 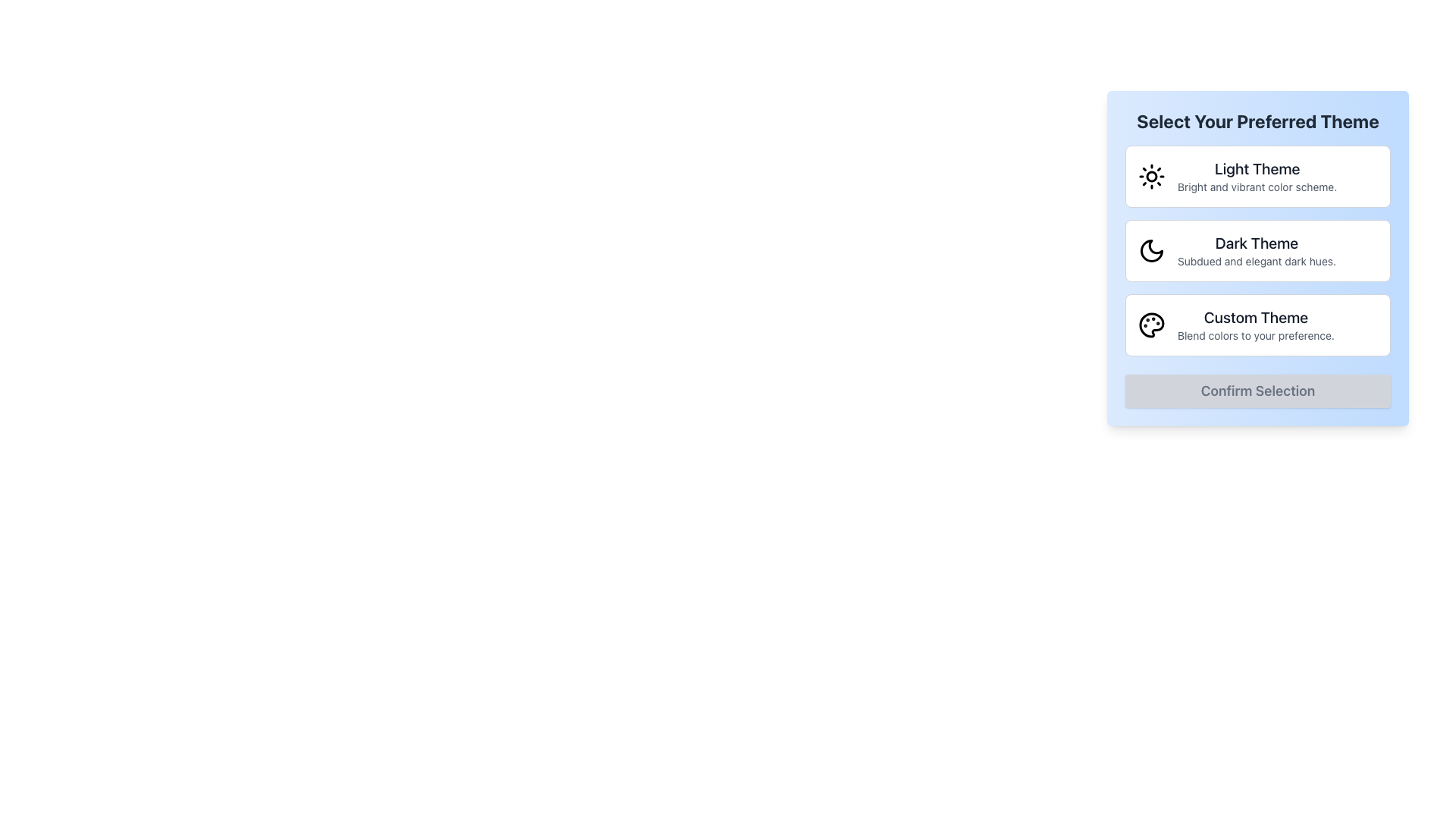 What do you see at coordinates (1258, 324) in the screenshot?
I see `the 'Custom Theme' selectable option card located at the bottom of the theme options list` at bounding box center [1258, 324].